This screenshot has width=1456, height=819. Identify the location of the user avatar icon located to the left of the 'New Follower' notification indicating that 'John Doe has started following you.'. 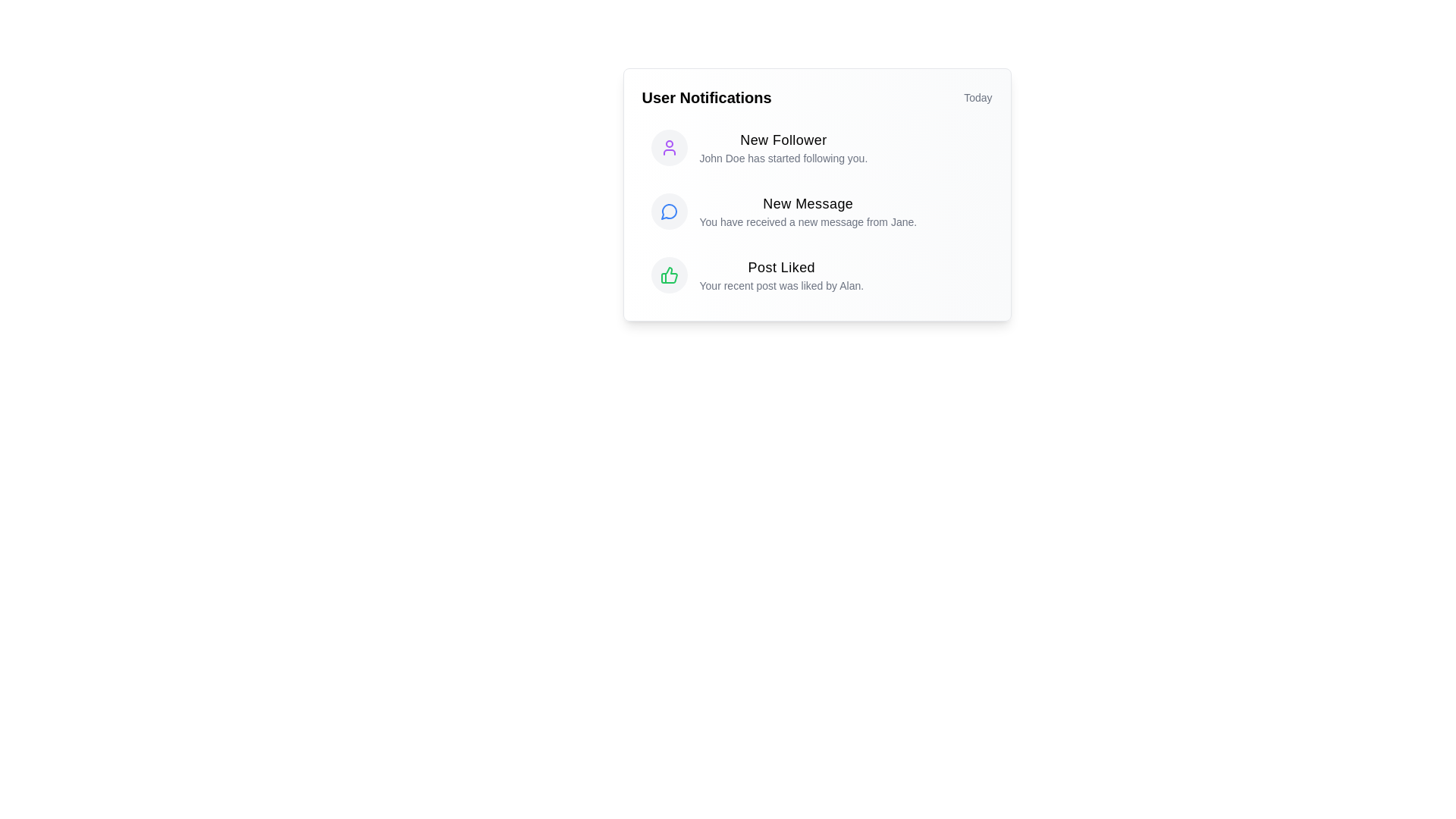
(668, 148).